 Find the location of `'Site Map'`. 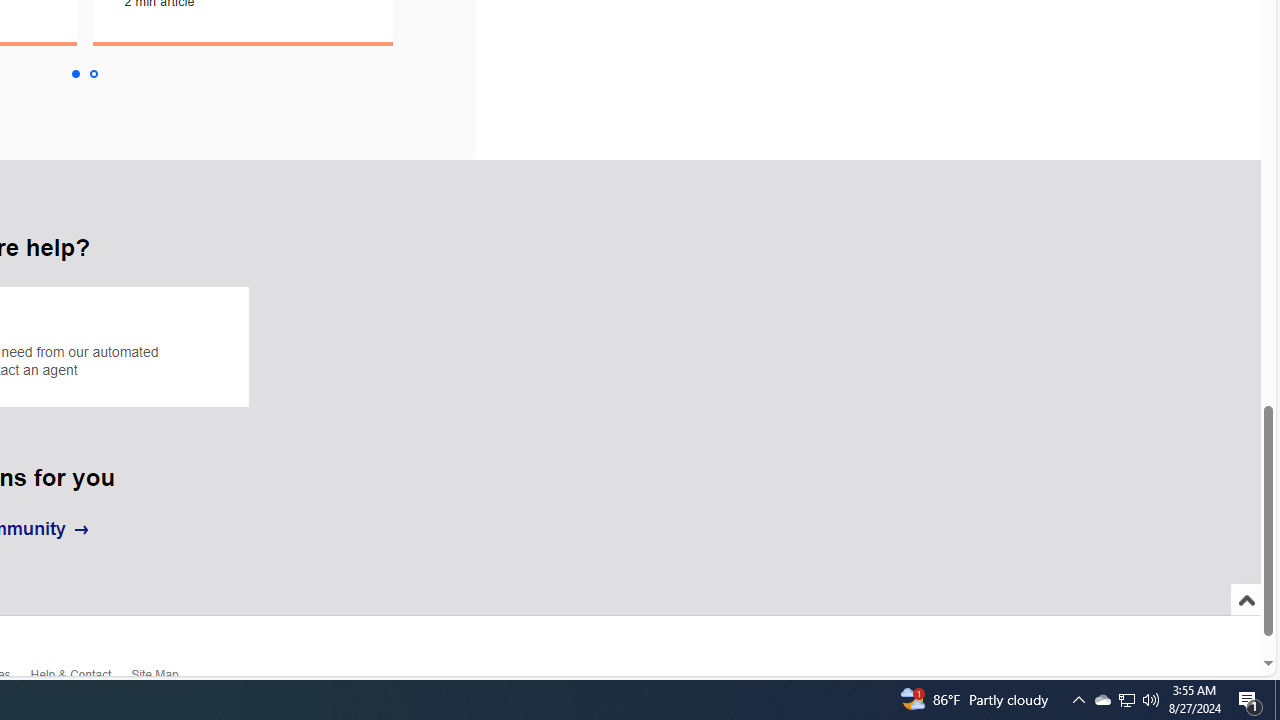

'Site Map' is located at coordinates (164, 678).